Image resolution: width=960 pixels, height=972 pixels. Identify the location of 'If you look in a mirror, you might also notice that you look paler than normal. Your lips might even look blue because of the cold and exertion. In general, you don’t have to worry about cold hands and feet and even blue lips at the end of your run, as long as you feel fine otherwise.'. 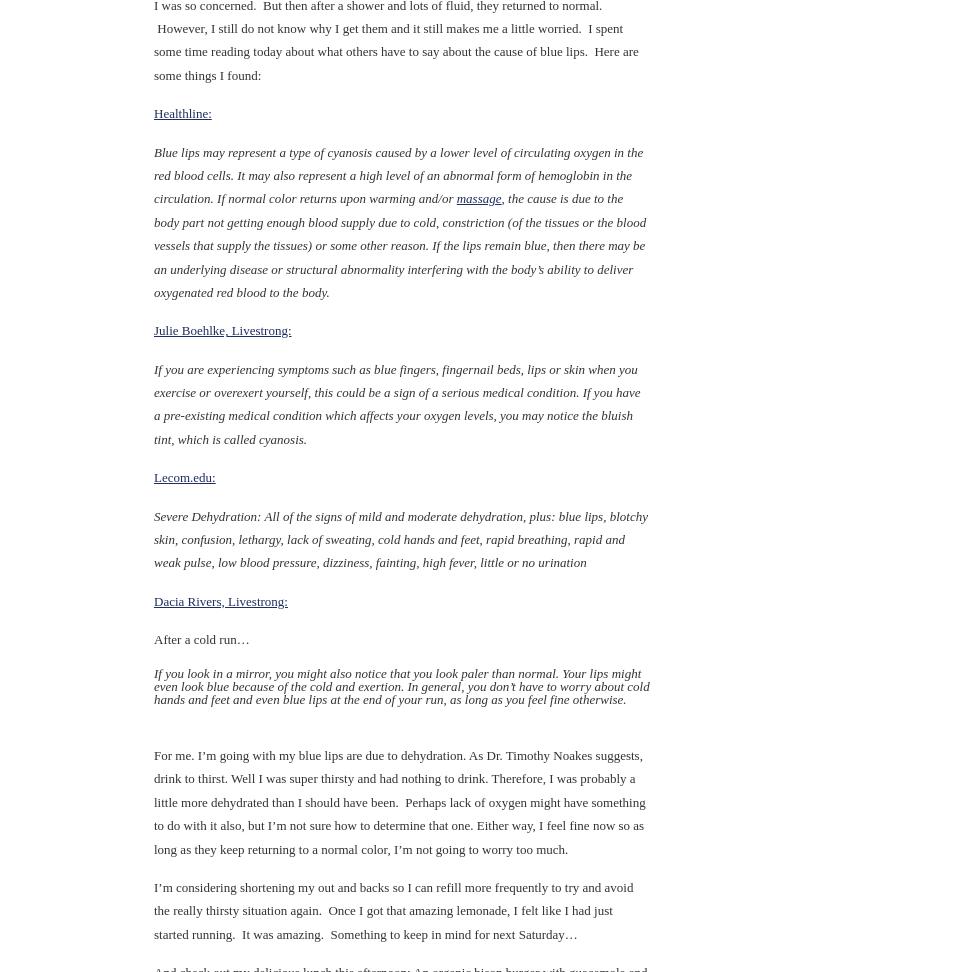
(152, 684).